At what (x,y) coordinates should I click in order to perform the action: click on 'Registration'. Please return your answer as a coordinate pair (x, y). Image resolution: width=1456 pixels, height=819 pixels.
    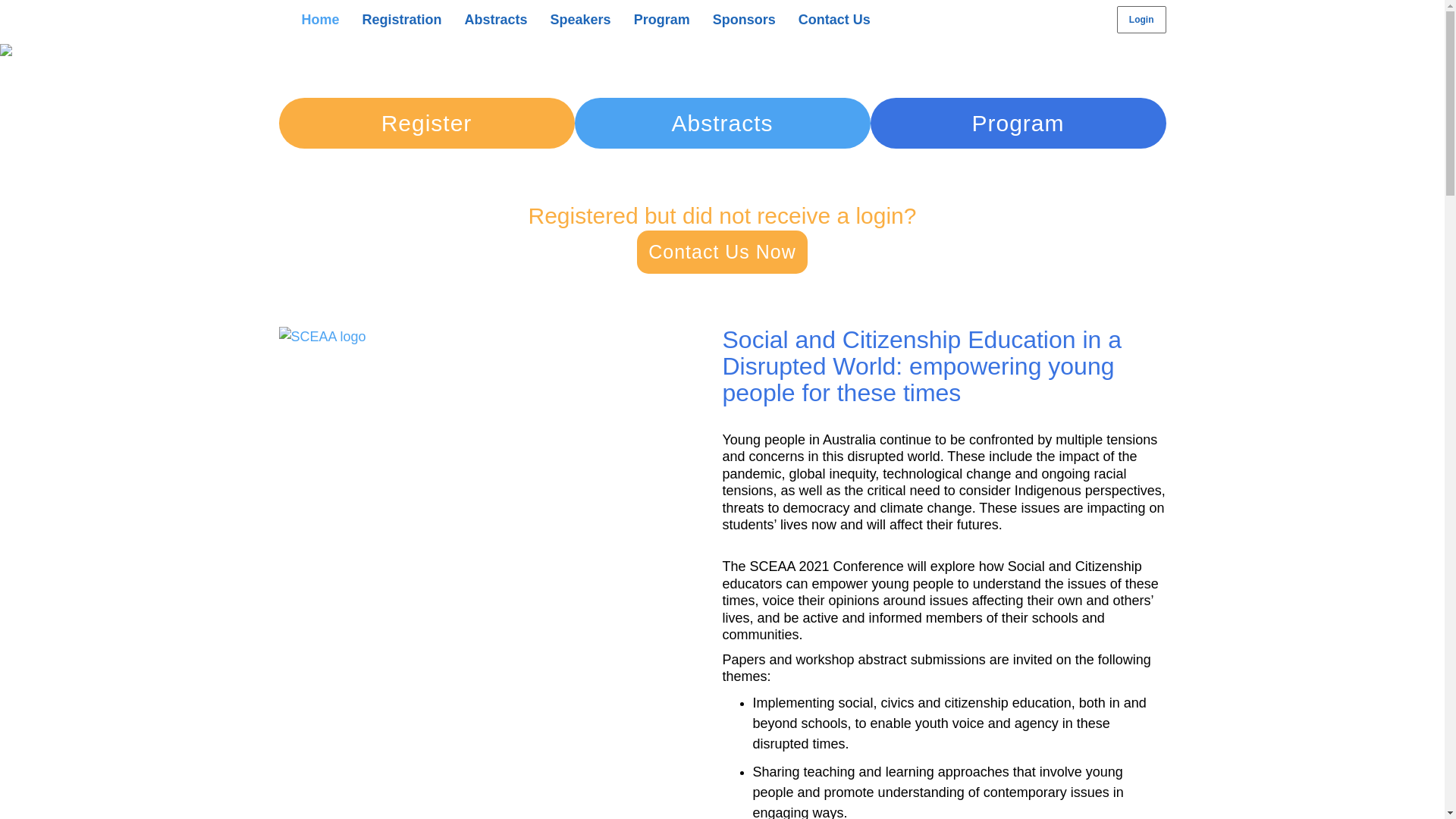
    Looking at the image, I should click on (402, 20).